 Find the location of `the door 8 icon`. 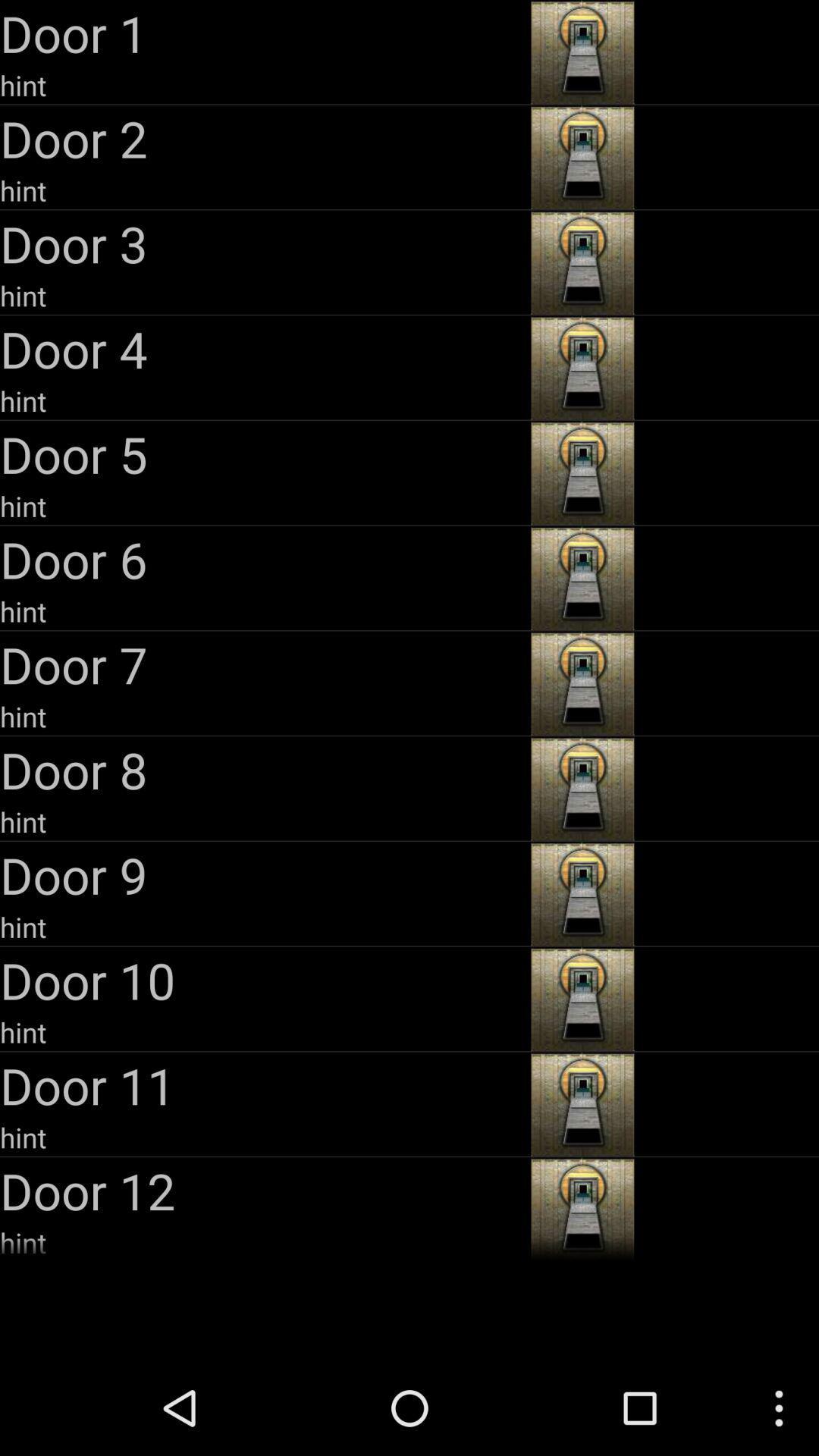

the door 8 icon is located at coordinates (262, 770).